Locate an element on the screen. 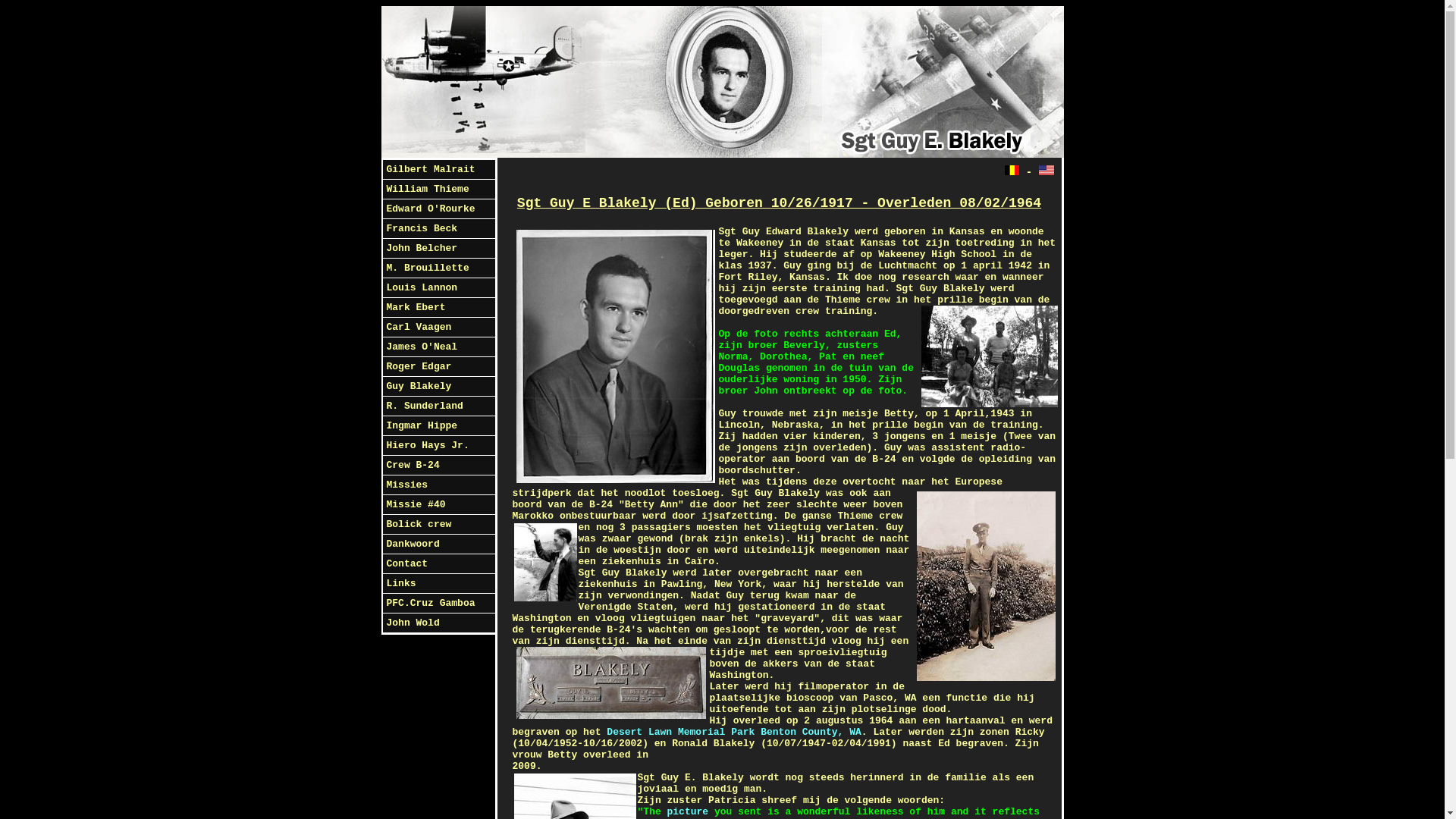 The height and width of the screenshot is (819, 1456). 'John Belcher' is located at coordinates (382, 247).